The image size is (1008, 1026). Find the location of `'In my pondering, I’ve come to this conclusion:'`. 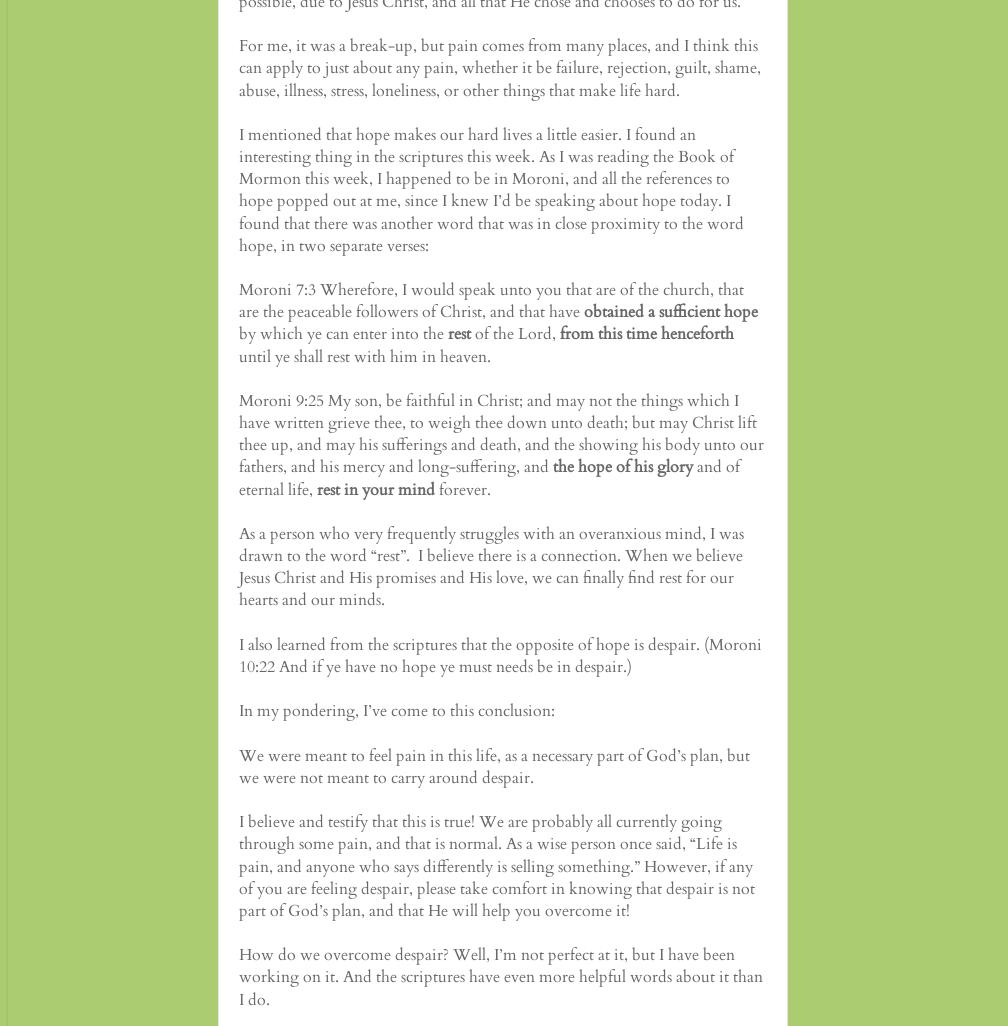

'In my pondering, I’ve come to this conclusion:' is located at coordinates (396, 710).